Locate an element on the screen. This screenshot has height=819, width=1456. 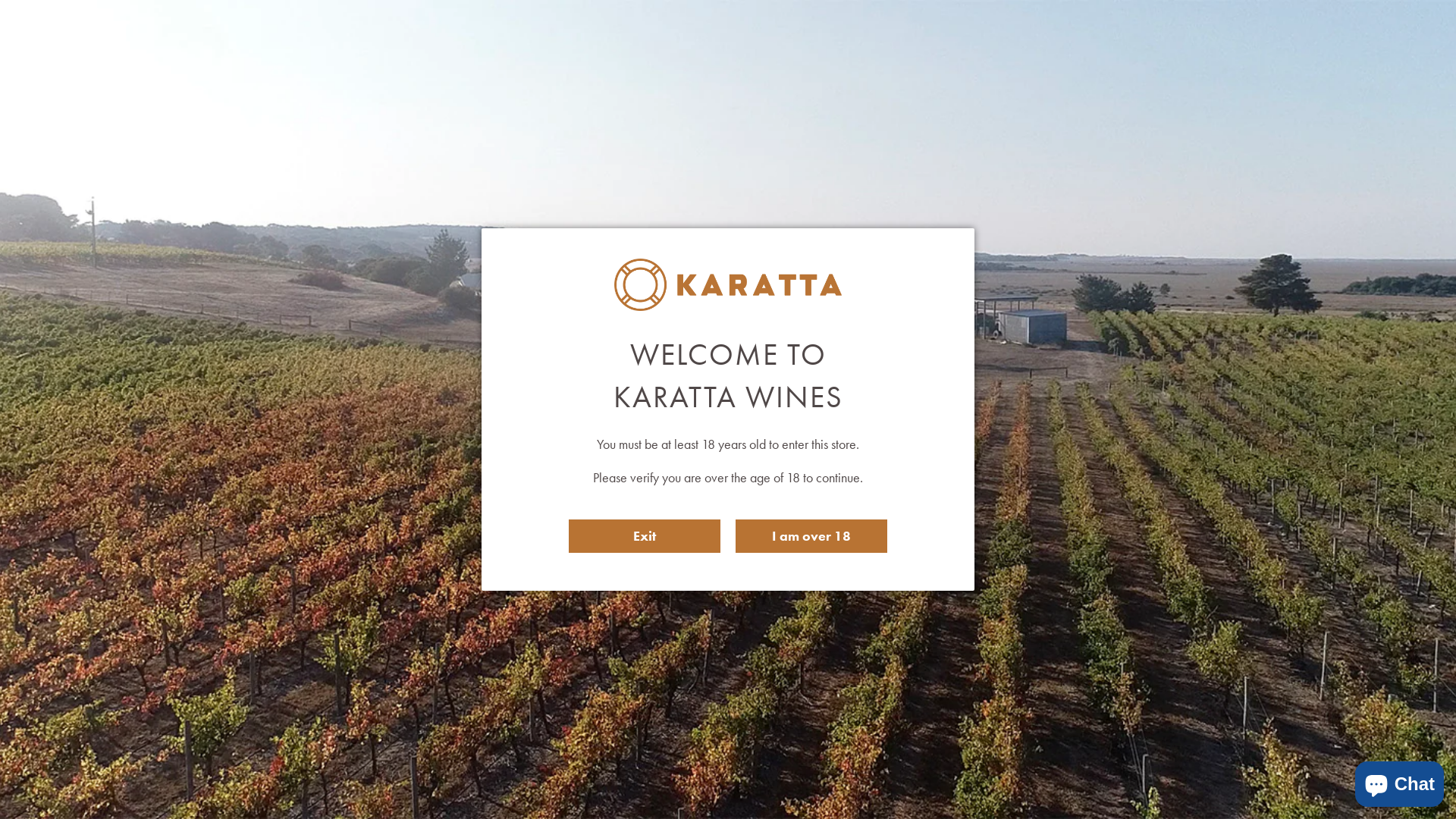
'I am over 18' is located at coordinates (811, 535).